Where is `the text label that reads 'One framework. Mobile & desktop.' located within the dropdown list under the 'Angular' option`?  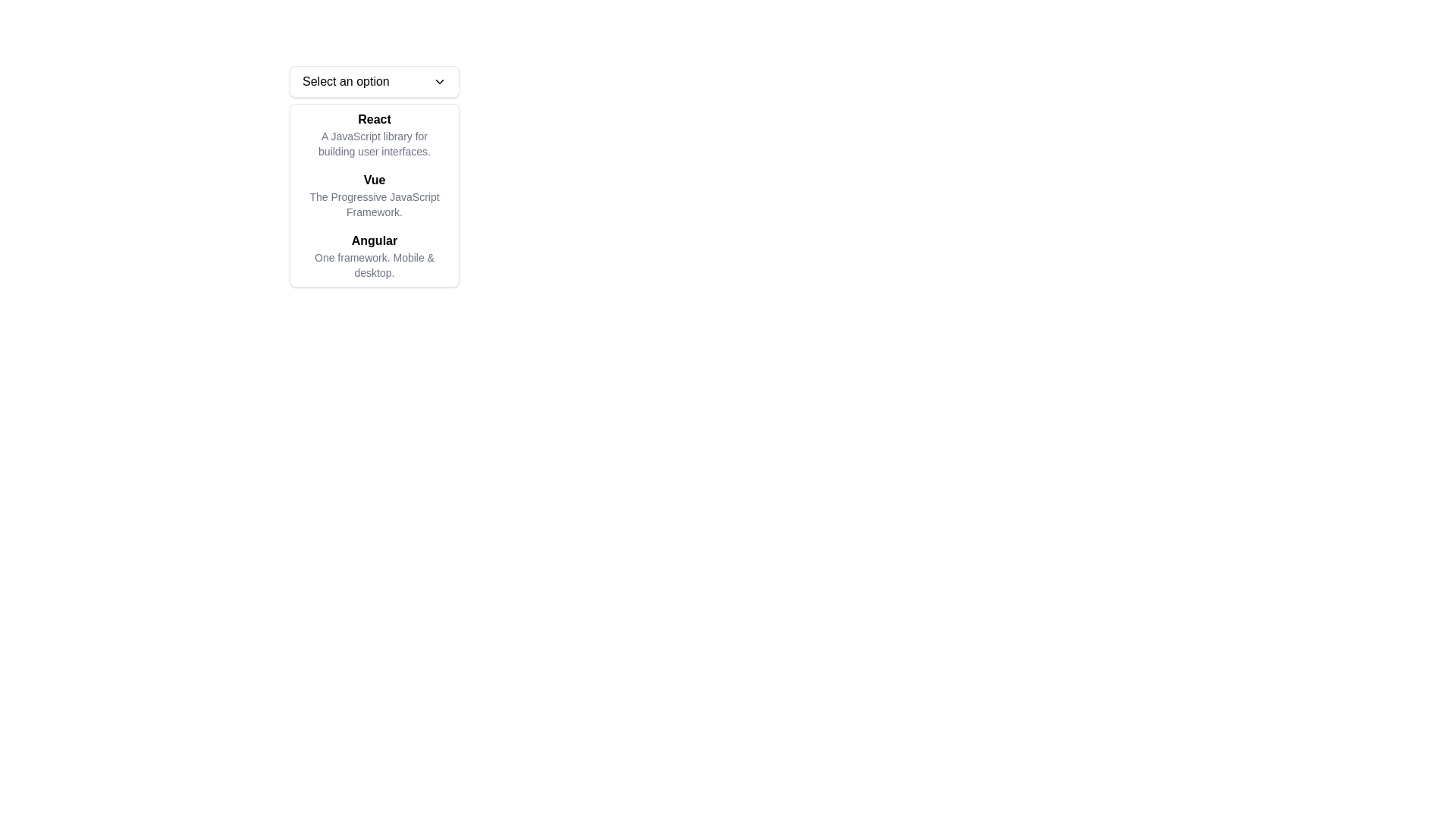 the text label that reads 'One framework. Mobile & desktop.' located within the dropdown list under the 'Angular' option is located at coordinates (375, 265).